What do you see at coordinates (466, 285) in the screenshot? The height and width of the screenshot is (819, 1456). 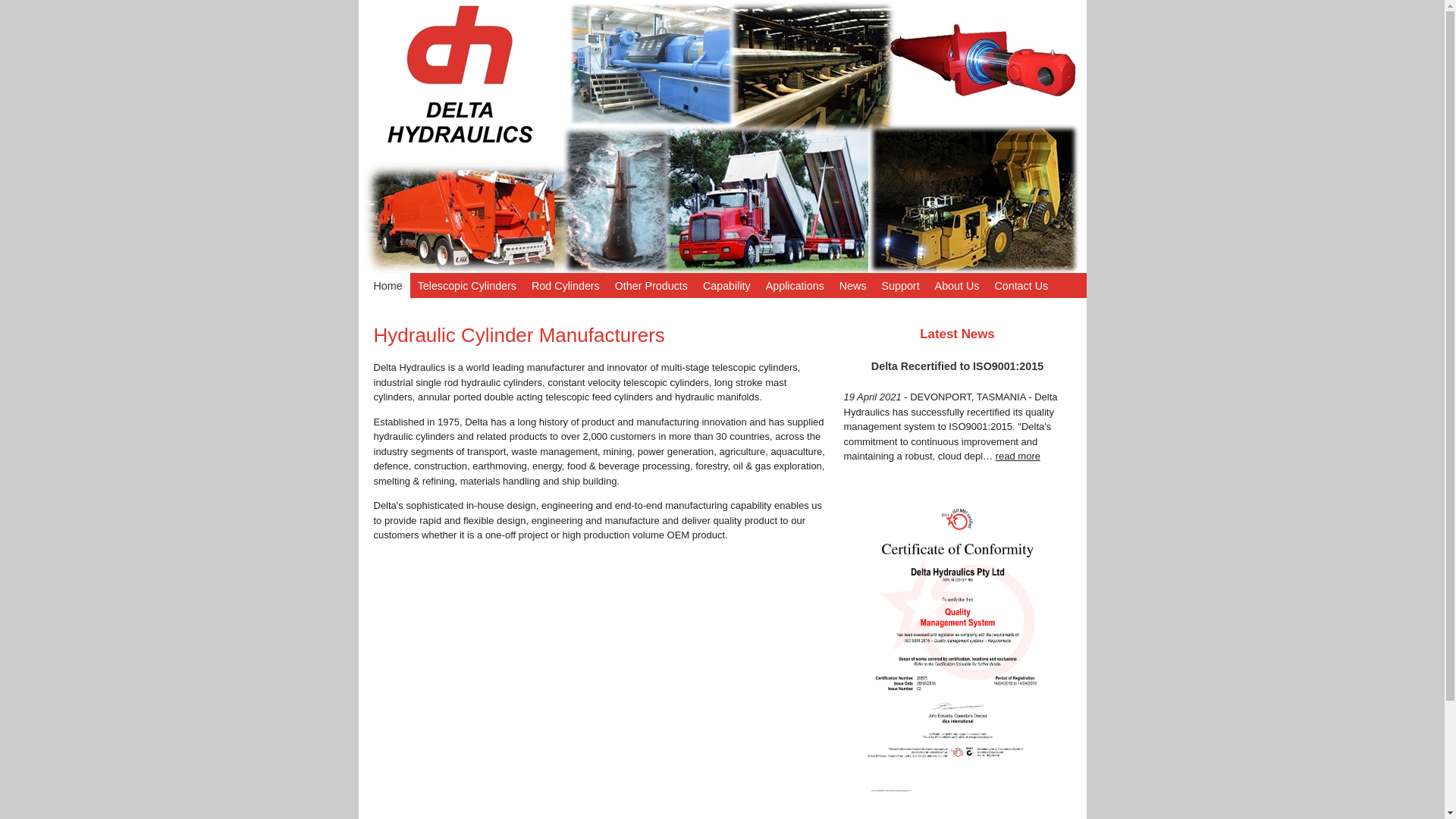 I see `'Telescopic Cylinders'` at bounding box center [466, 285].